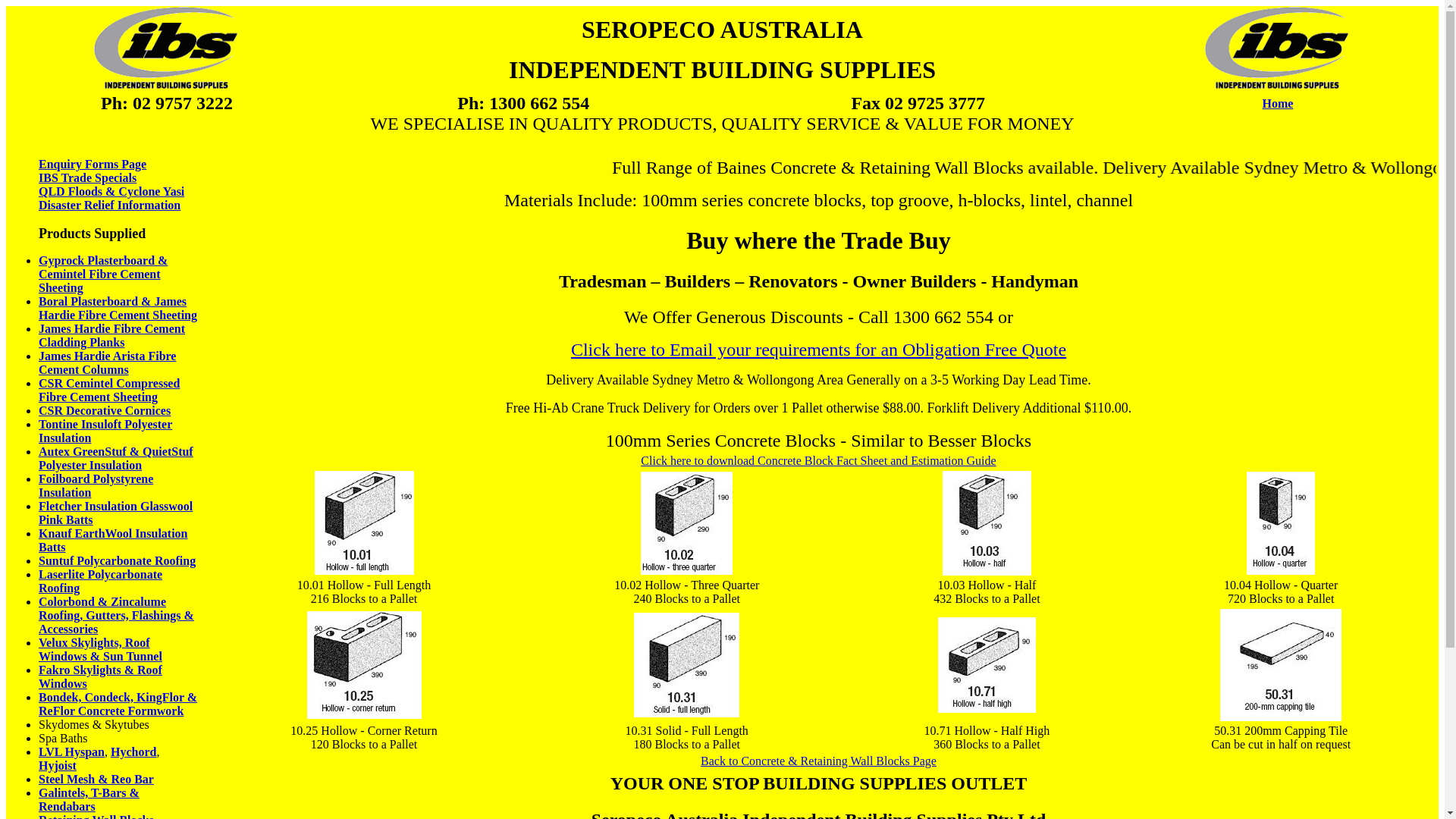 The width and height of the screenshot is (1456, 819). I want to click on 'QLD Floods & Cyclone Yasi Disaster Relief Information', so click(111, 197).